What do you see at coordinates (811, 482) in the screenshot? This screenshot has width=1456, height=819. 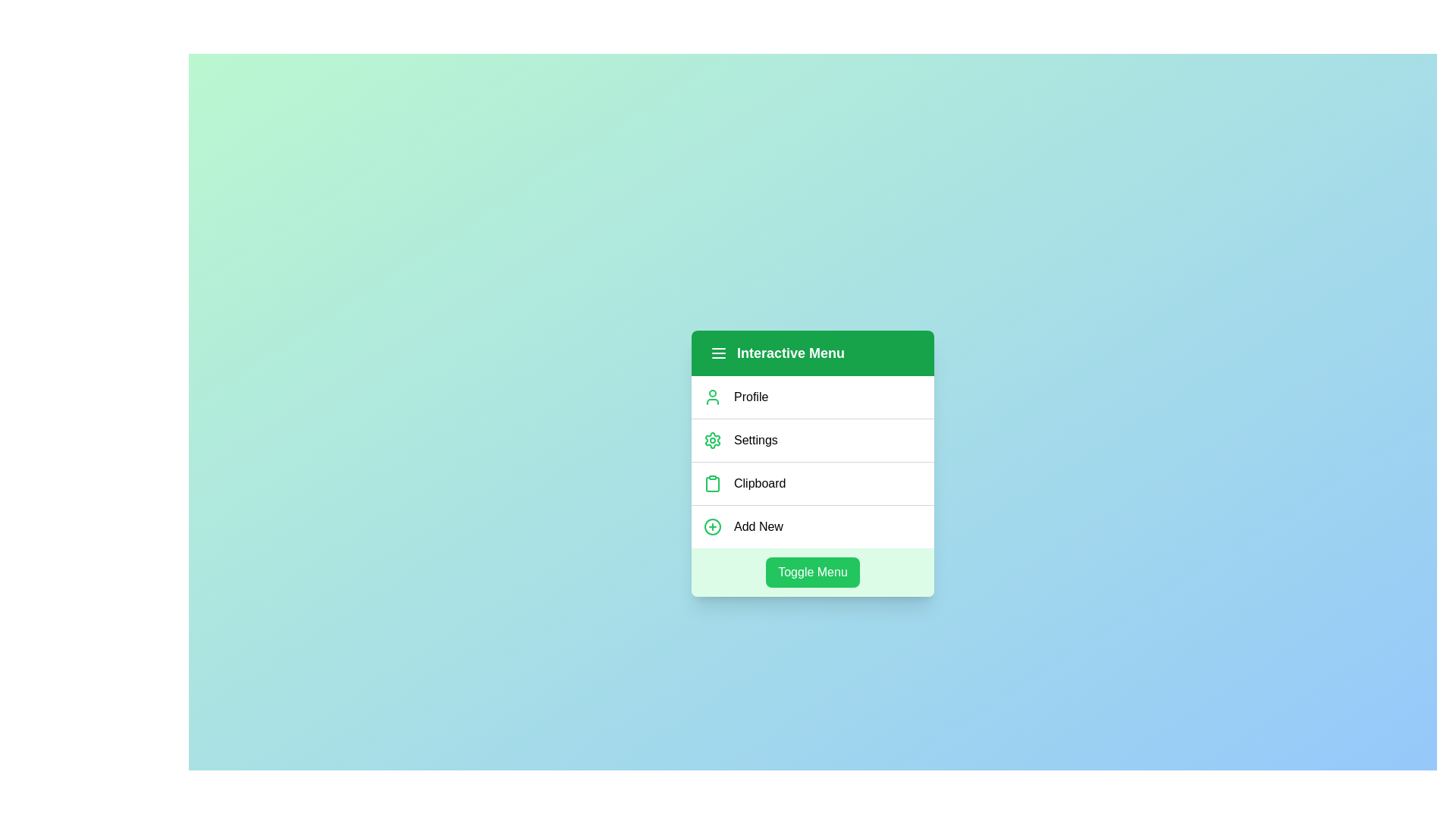 I see `the menu item Clipboard` at bounding box center [811, 482].